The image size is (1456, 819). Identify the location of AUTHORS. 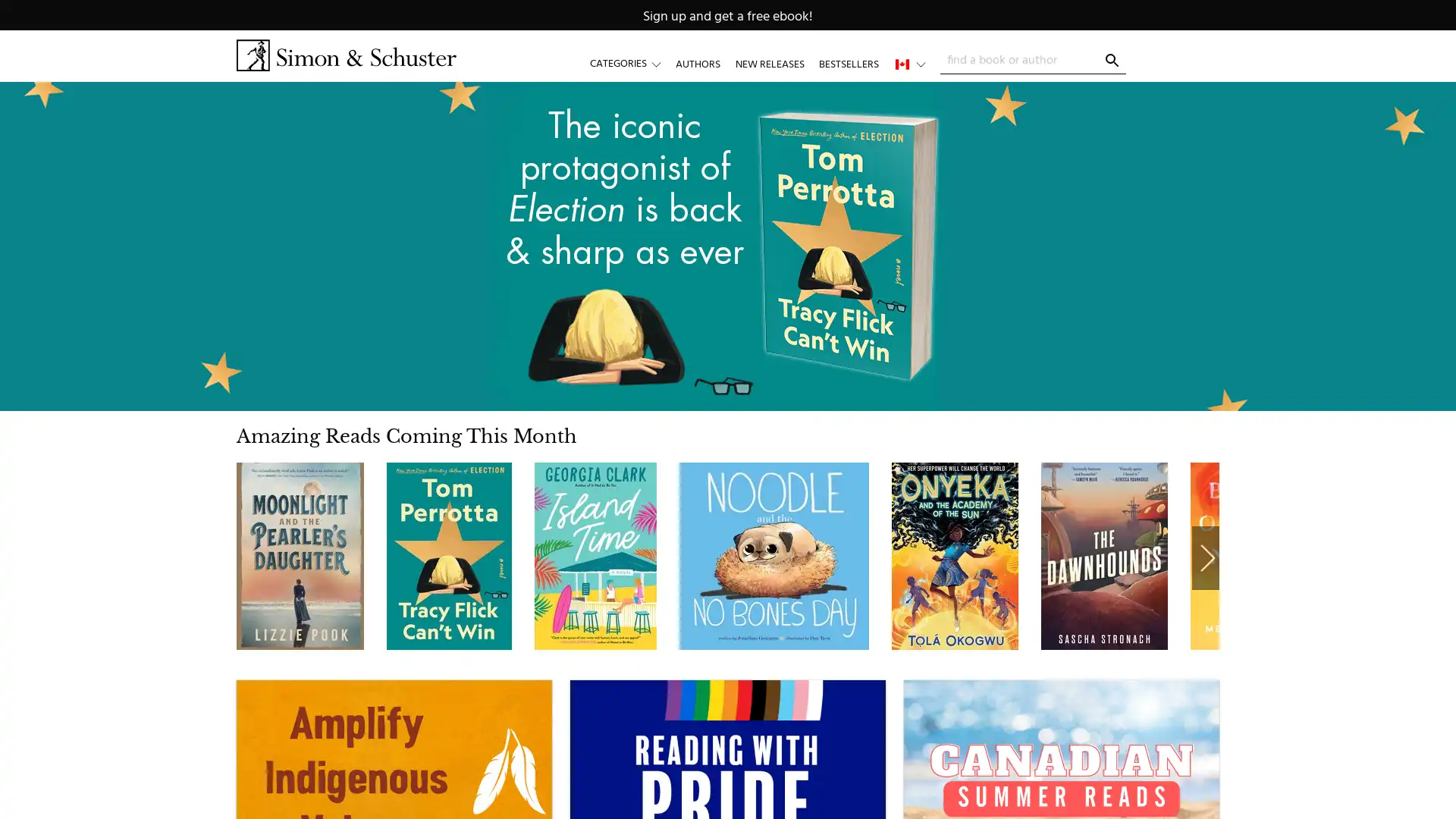
(697, 63).